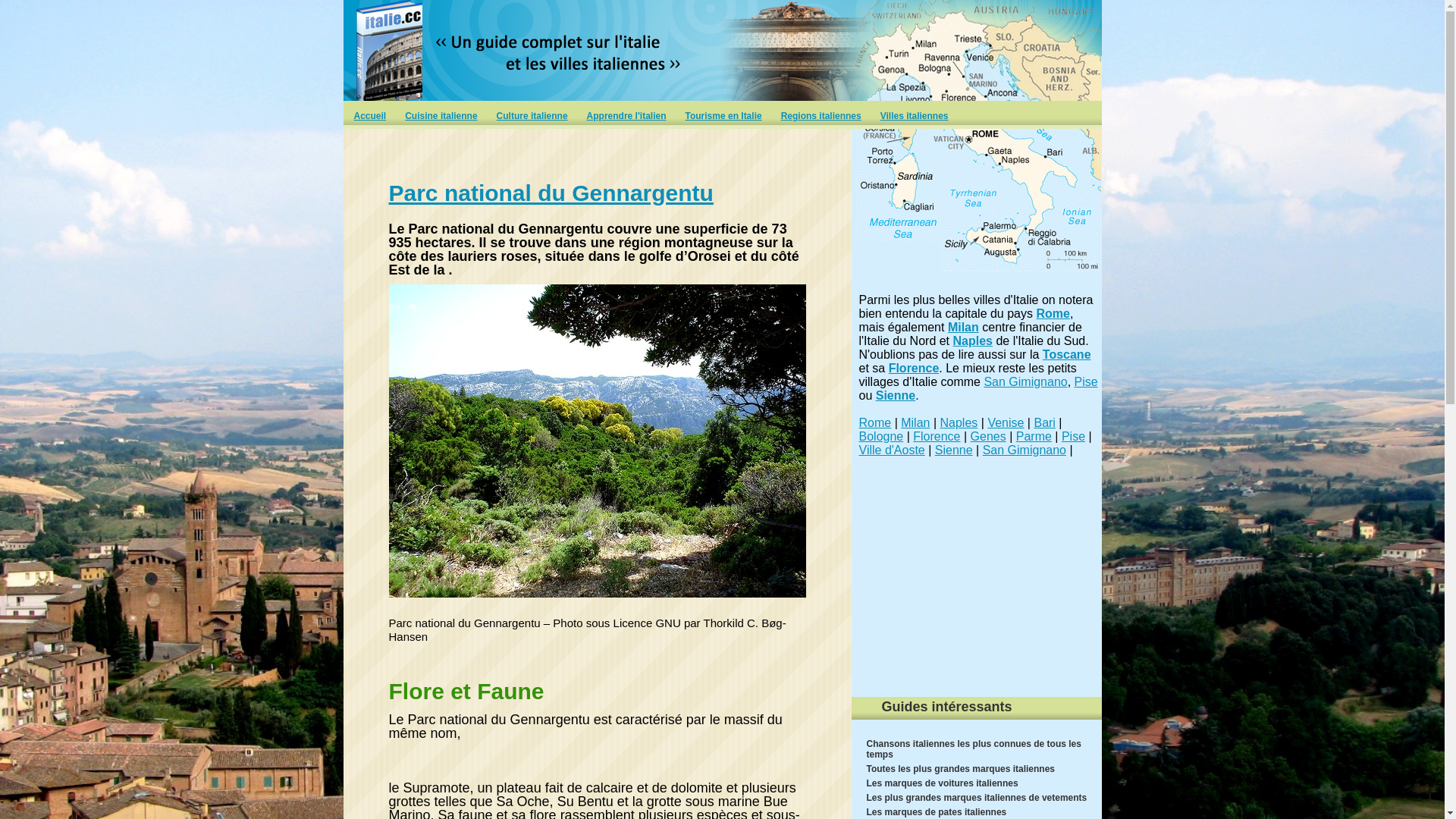 The height and width of the screenshot is (819, 1456). I want to click on 'Milan', so click(901, 422).